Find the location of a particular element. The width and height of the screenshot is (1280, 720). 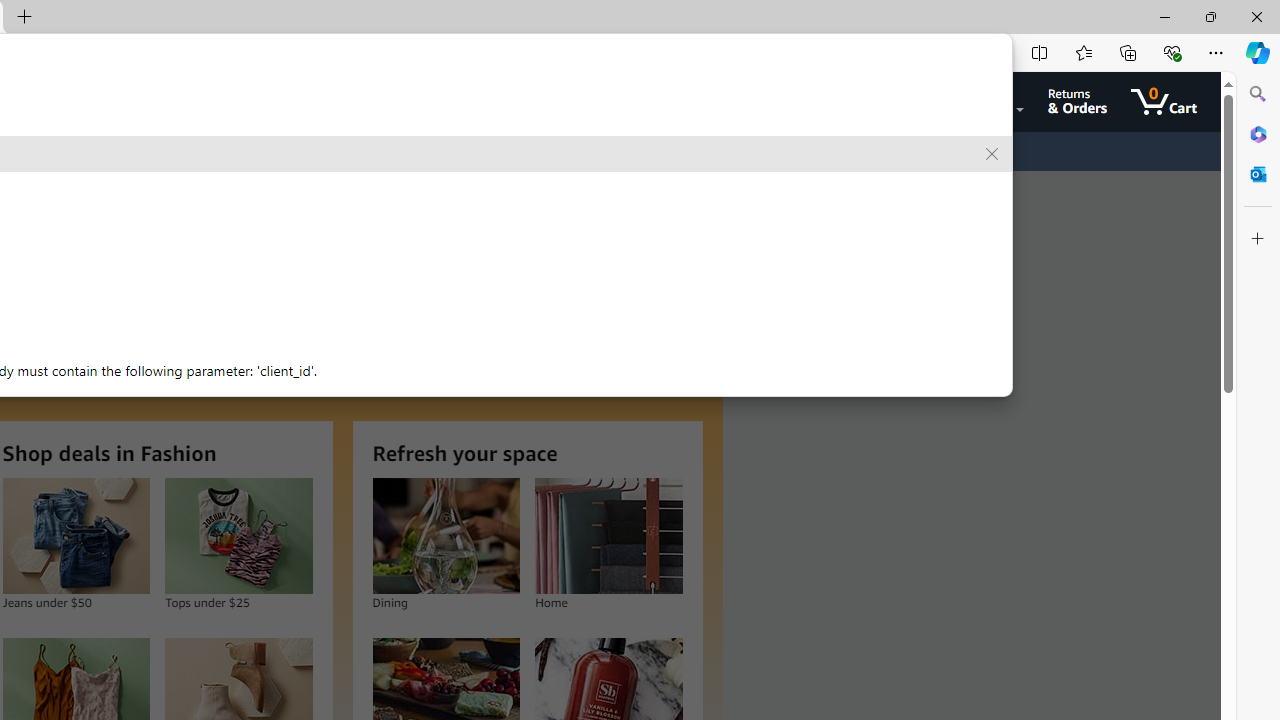

'Tops under $25' is located at coordinates (238, 535).